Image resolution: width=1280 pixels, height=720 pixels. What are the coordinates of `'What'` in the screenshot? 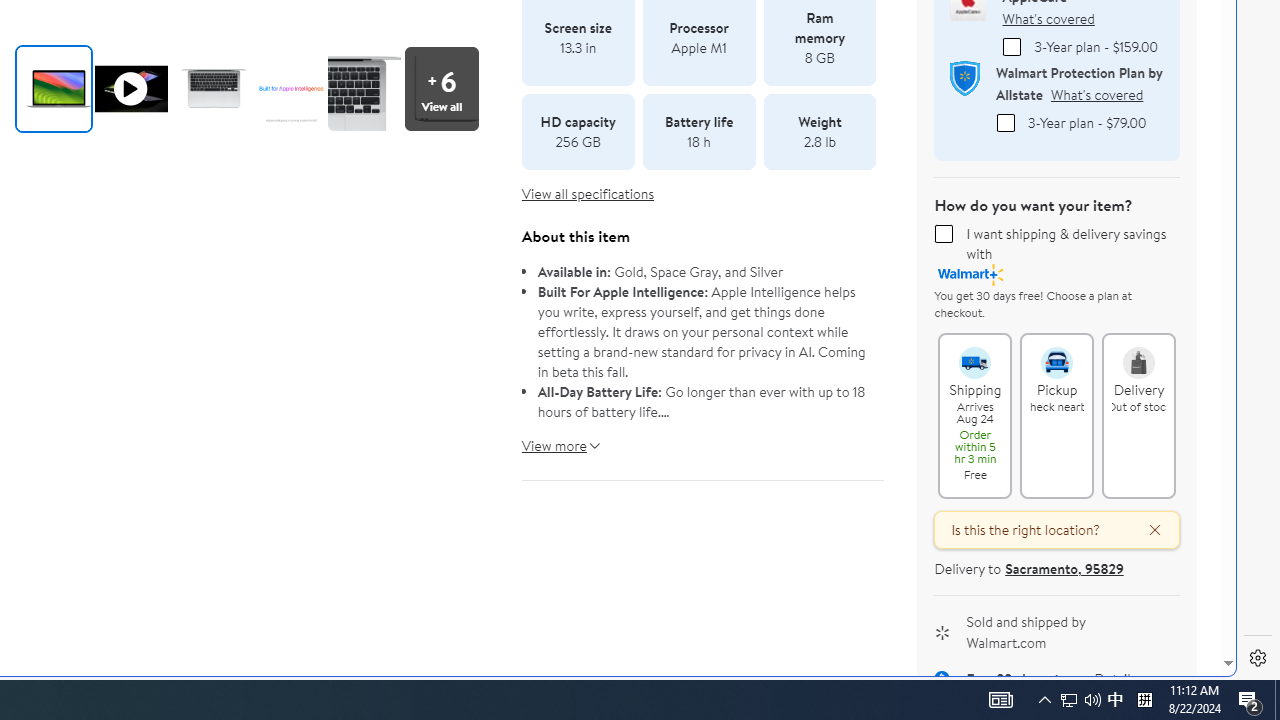 It's located at (1095, 95).